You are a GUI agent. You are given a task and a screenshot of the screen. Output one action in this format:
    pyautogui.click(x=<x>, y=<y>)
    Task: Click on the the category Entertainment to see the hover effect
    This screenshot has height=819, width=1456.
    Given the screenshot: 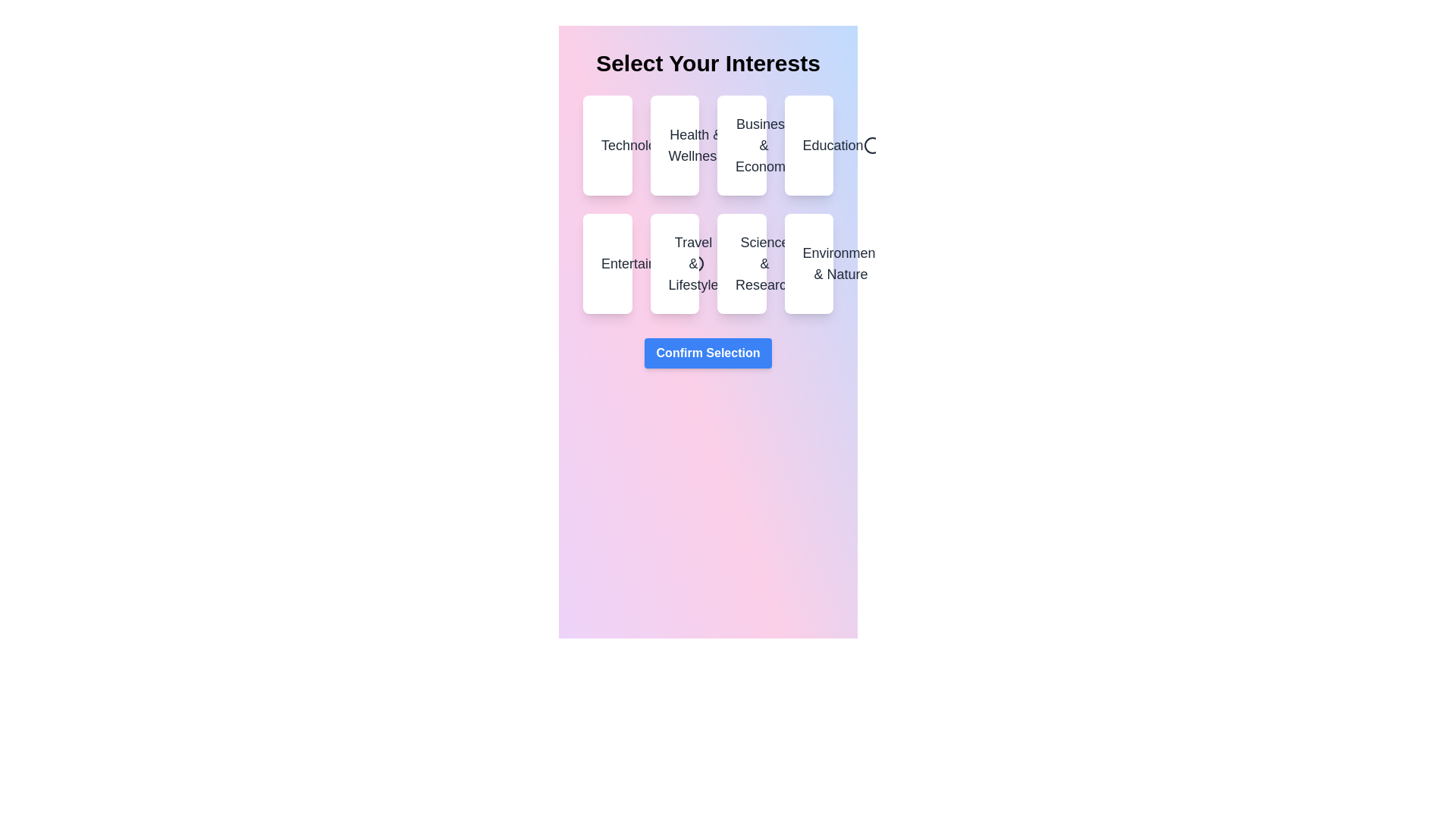 What is the action you would take?
    pyautogui.click(x=607, y=262)
    